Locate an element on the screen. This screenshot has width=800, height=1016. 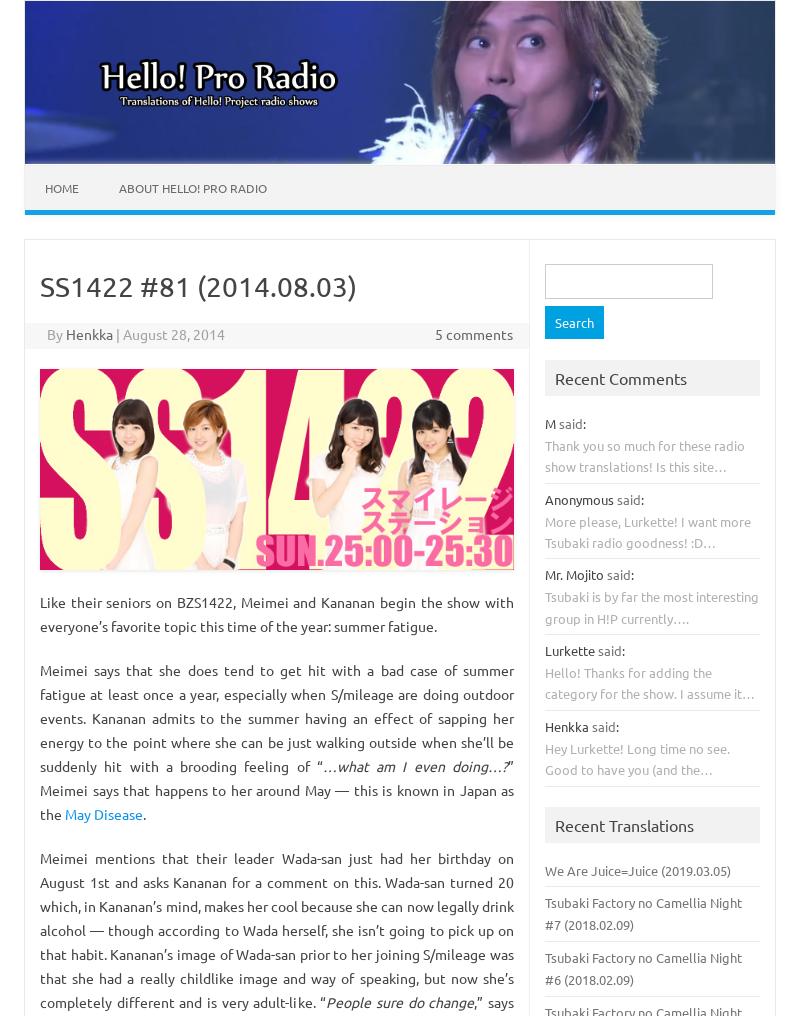
'Like their seniors on BZS1422, Meimei and Kananan begin the show with everyone’s favorite topic this time of the year: summer fatigue.' is located at coordinates (277, 613).